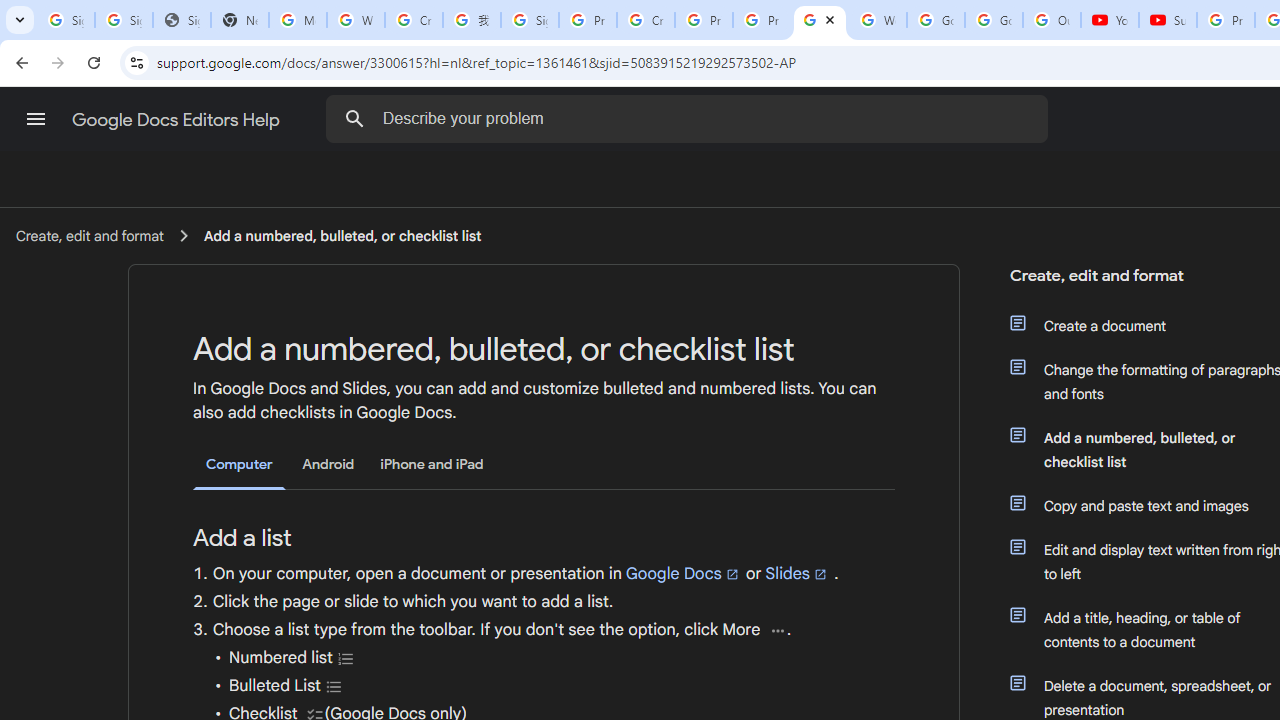 This screenshot has width=1280, height=720. Describe the element at coordinates (431, 464) in the screenshot. I see `'iPhone and iPad'` at that location.